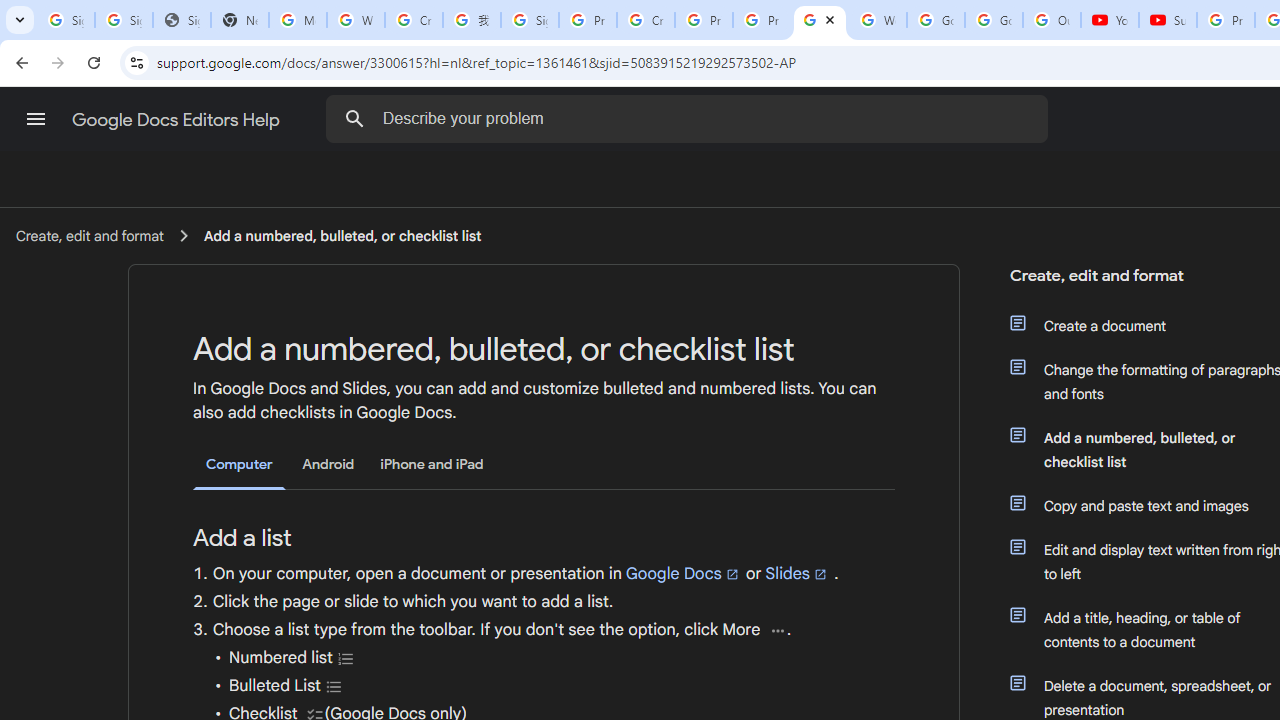 This screenshot has width=1280, height=720. Describe the element at coordinates (431, 464) in the screenshot. I see `'iPhone and iPad'` at that location.